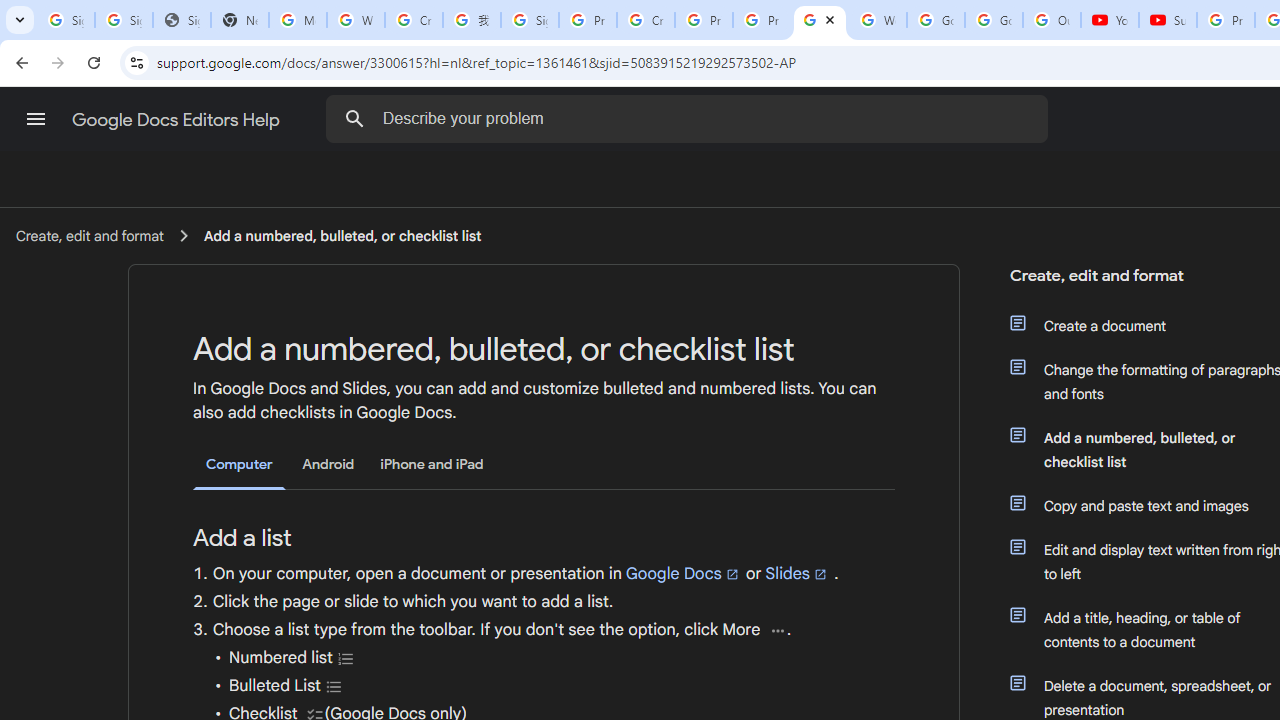 This screenshot has width=1280, height=720. Describe the element at coordinates (431, 464) in the screenshot. I see `'iPhone and iPad'` at that location.